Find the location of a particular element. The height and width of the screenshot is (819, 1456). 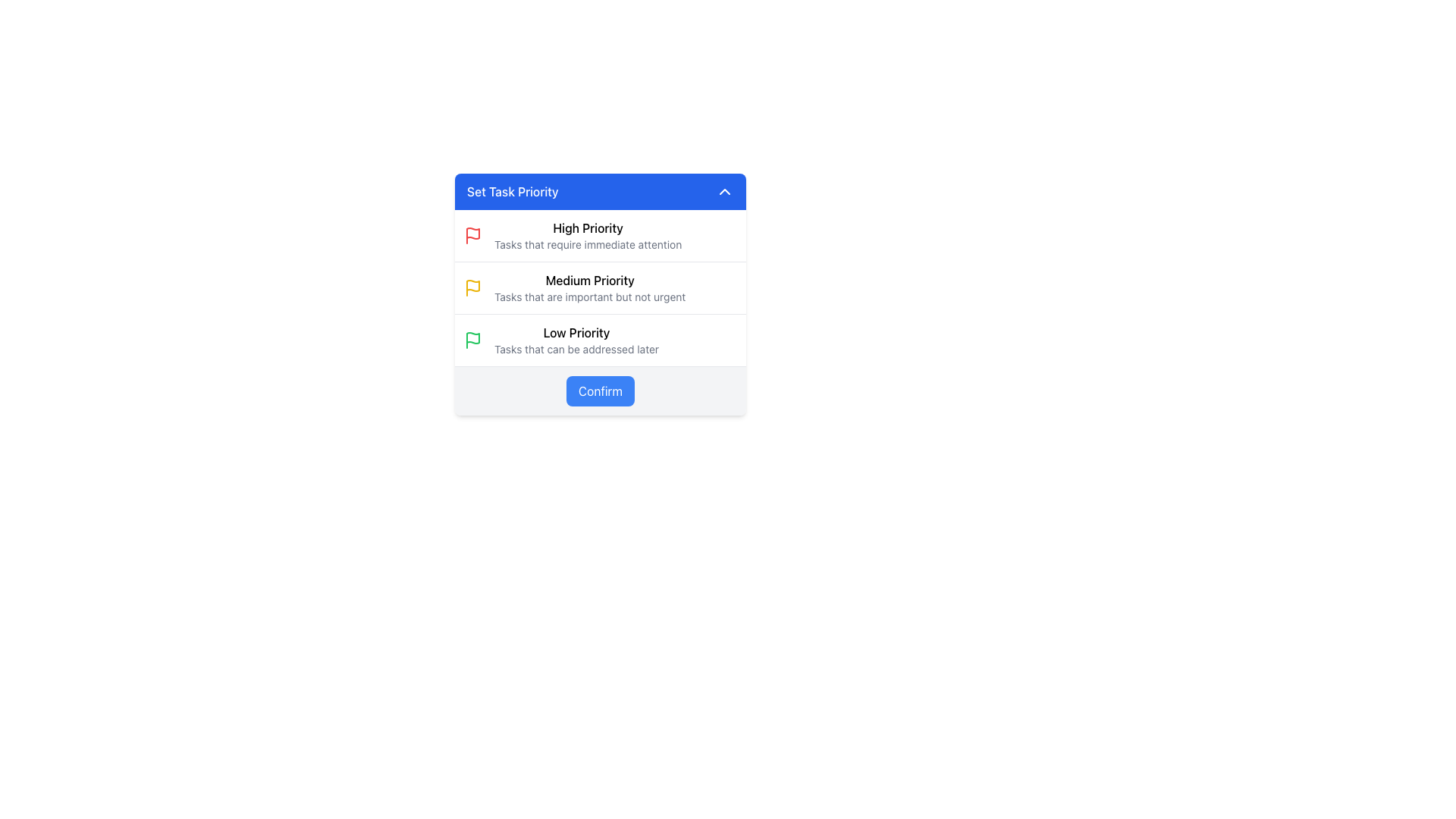

the title label for the highest priority tasks, which is located near the top of the priority selection dialog, directly below the red flag icon is located at coordinates (587, 227).